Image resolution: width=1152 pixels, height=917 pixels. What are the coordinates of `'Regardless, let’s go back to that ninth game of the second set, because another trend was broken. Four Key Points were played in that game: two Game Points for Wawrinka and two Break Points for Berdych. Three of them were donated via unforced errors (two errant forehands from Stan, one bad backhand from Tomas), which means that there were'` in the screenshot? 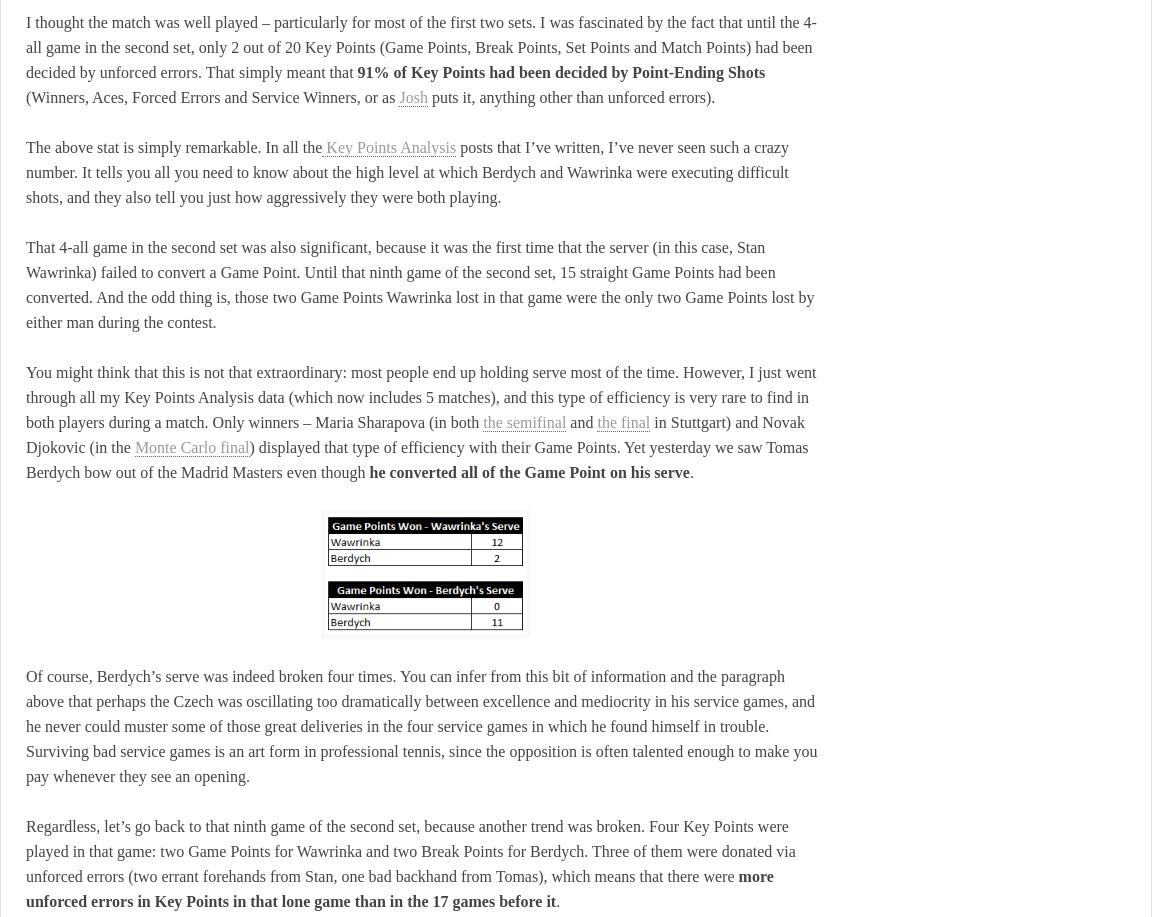 It's located at (409, 851).